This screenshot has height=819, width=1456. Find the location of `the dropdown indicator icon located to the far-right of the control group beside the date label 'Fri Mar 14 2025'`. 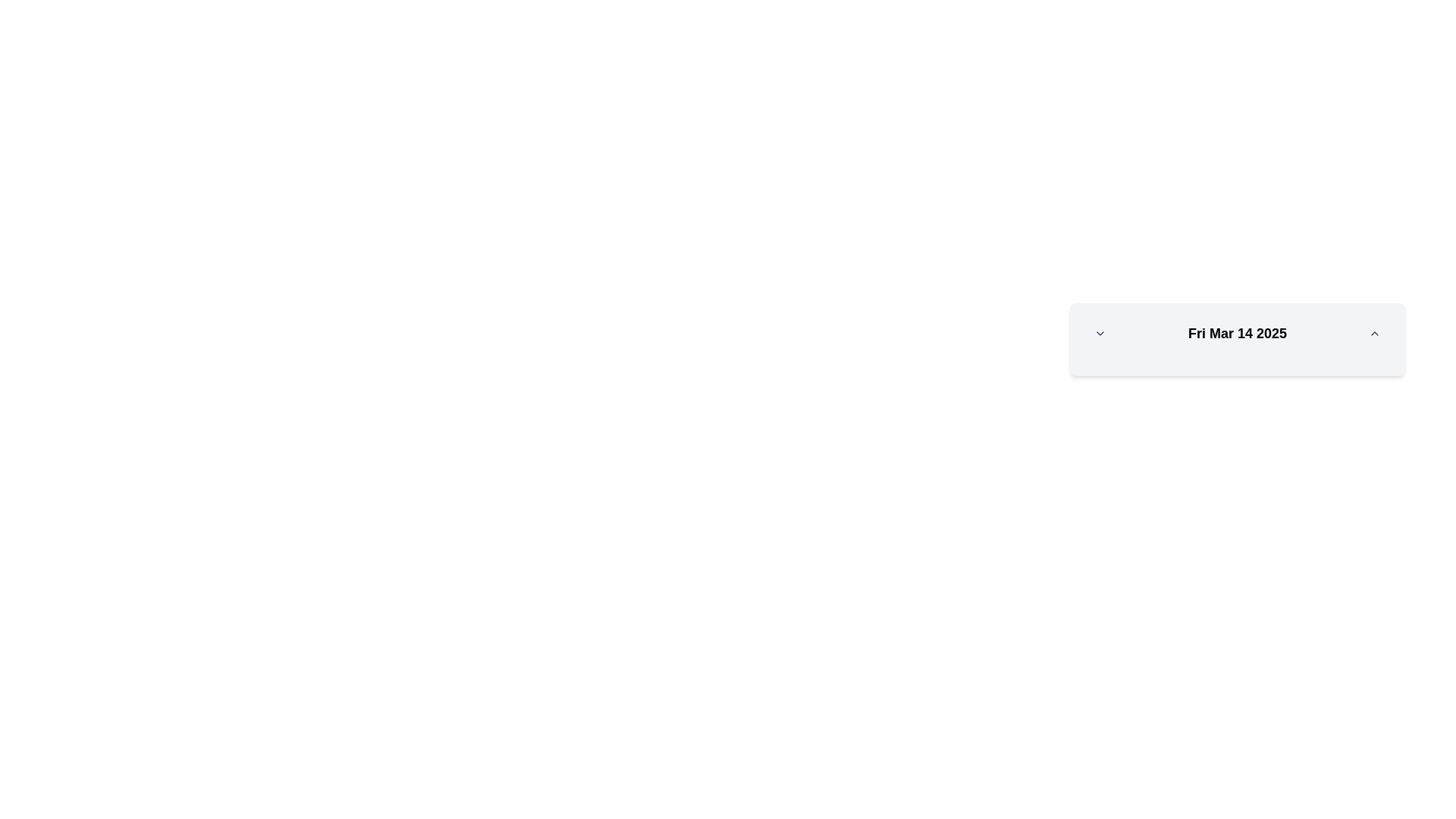

the dropdown indicator icon located to the far-right of the control group beside the date label 'Fri Mar 14 2025' is located at coordinates (1100, 332).